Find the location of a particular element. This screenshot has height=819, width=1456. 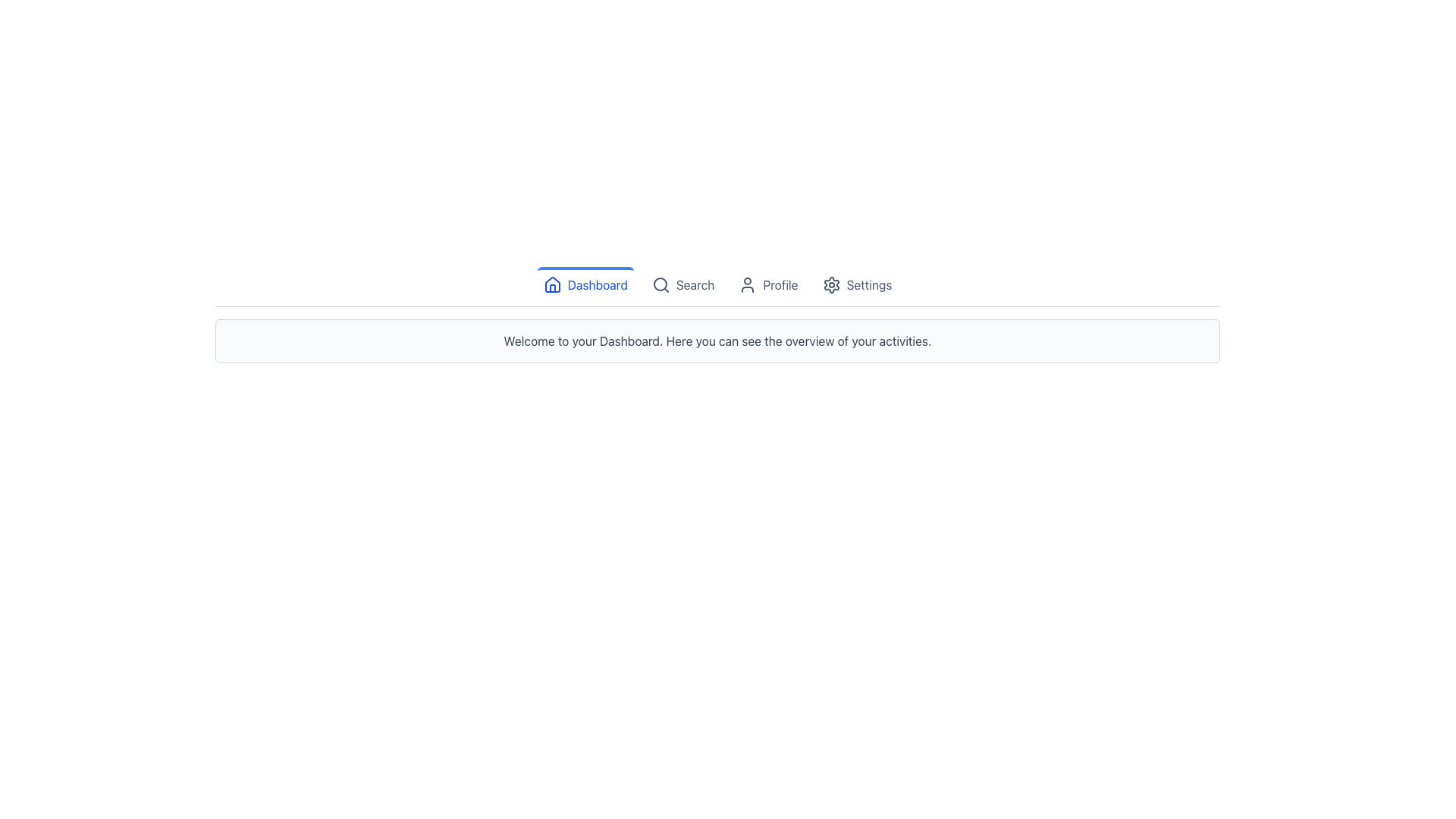

the 'Settings' button, which features a cogwheel icon and is located in the top-center section of the interface is located at coordinates (857, 284).